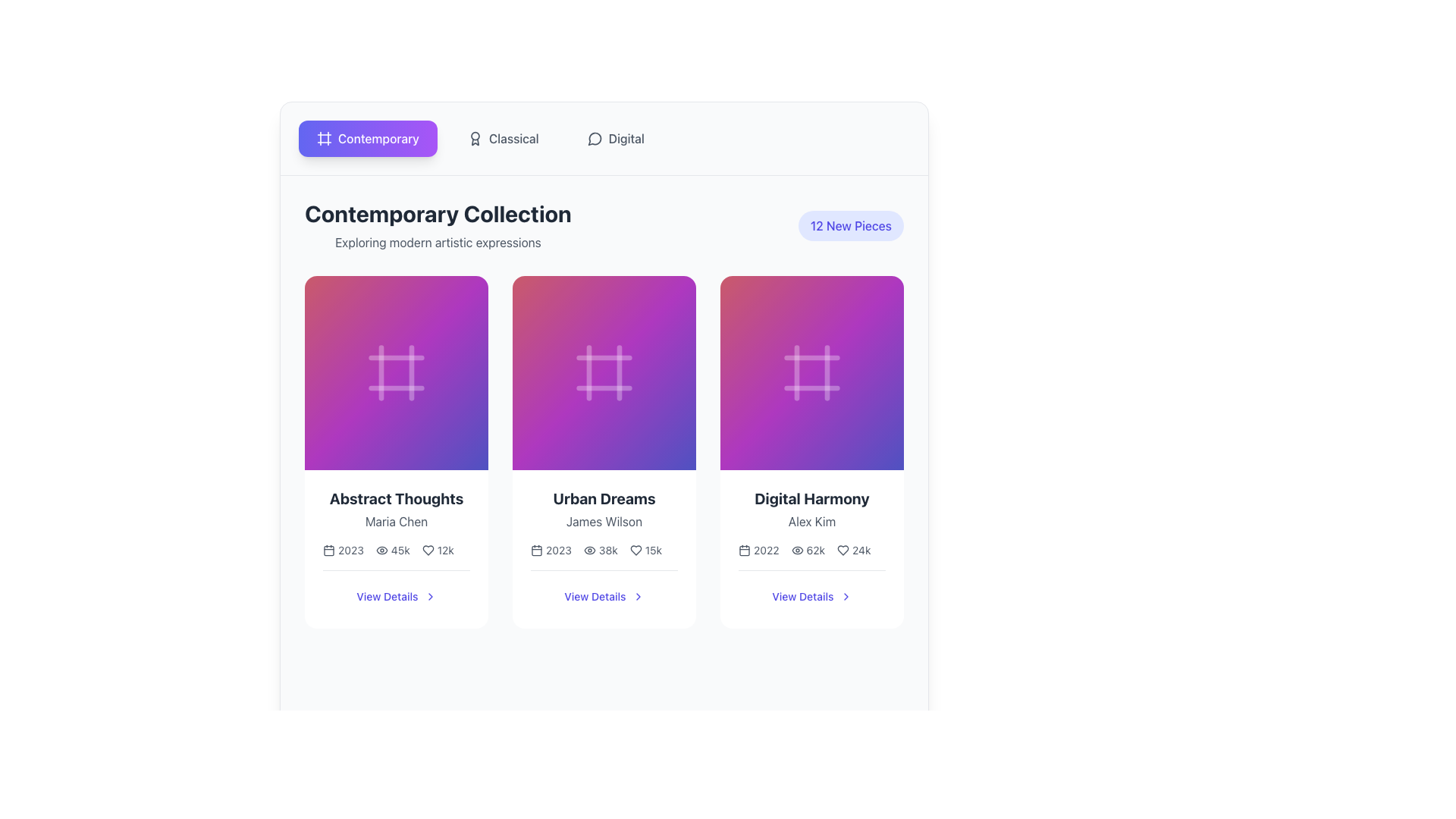 The image size is (1456, 819). What do you see at coordinates (811, 499) in the screenshot?
I see `title text label that serves as the primary identifier for the card content, positioned above the subtitle 'Alex Kim' in the third column of the grid` at bounding box center [811, 499].